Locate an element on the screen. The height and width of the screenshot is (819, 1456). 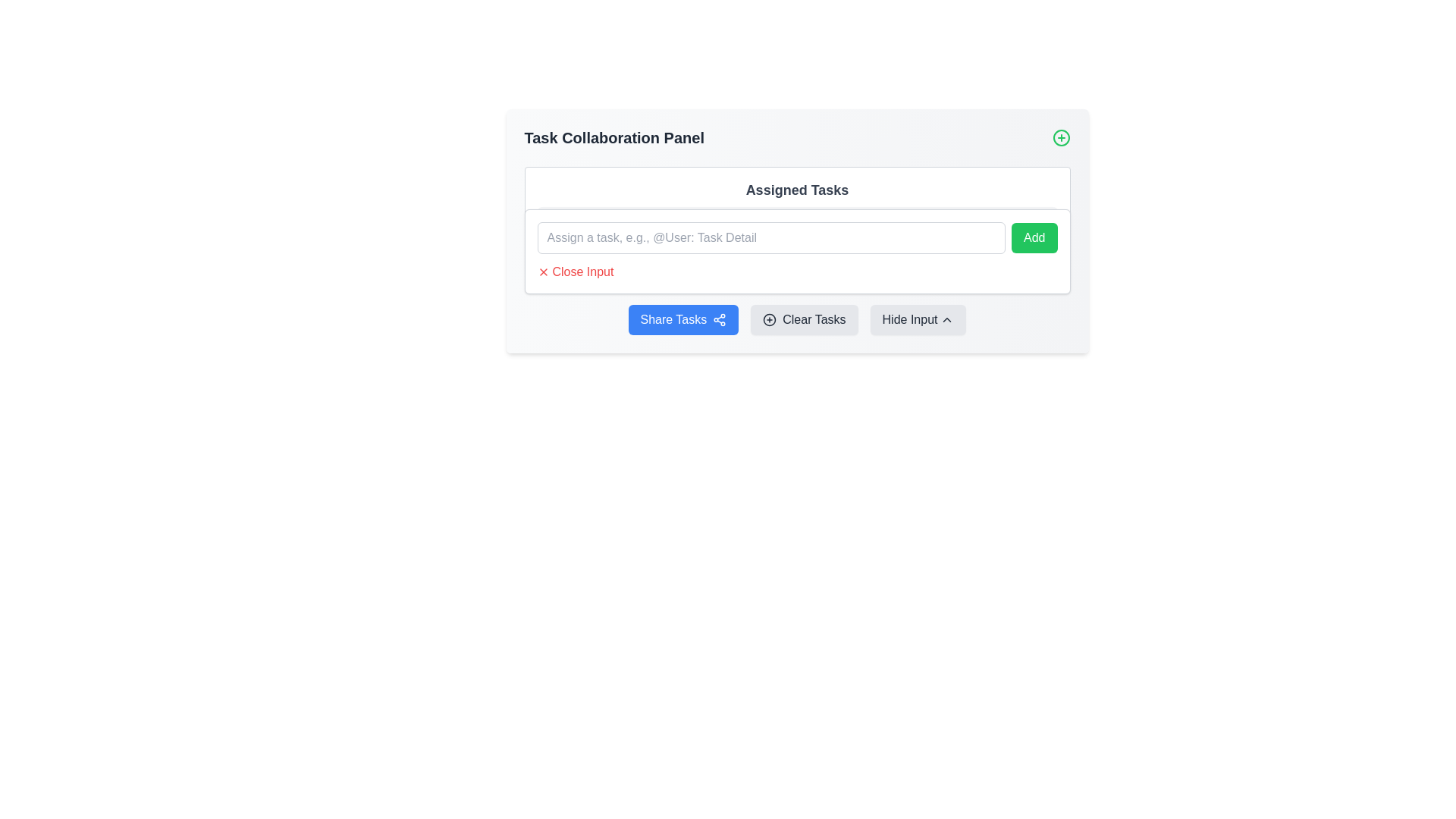
the button located in the top-right corner of the 'Task Collaboration Panel' heading bar is located at coordinates (1060, 137).